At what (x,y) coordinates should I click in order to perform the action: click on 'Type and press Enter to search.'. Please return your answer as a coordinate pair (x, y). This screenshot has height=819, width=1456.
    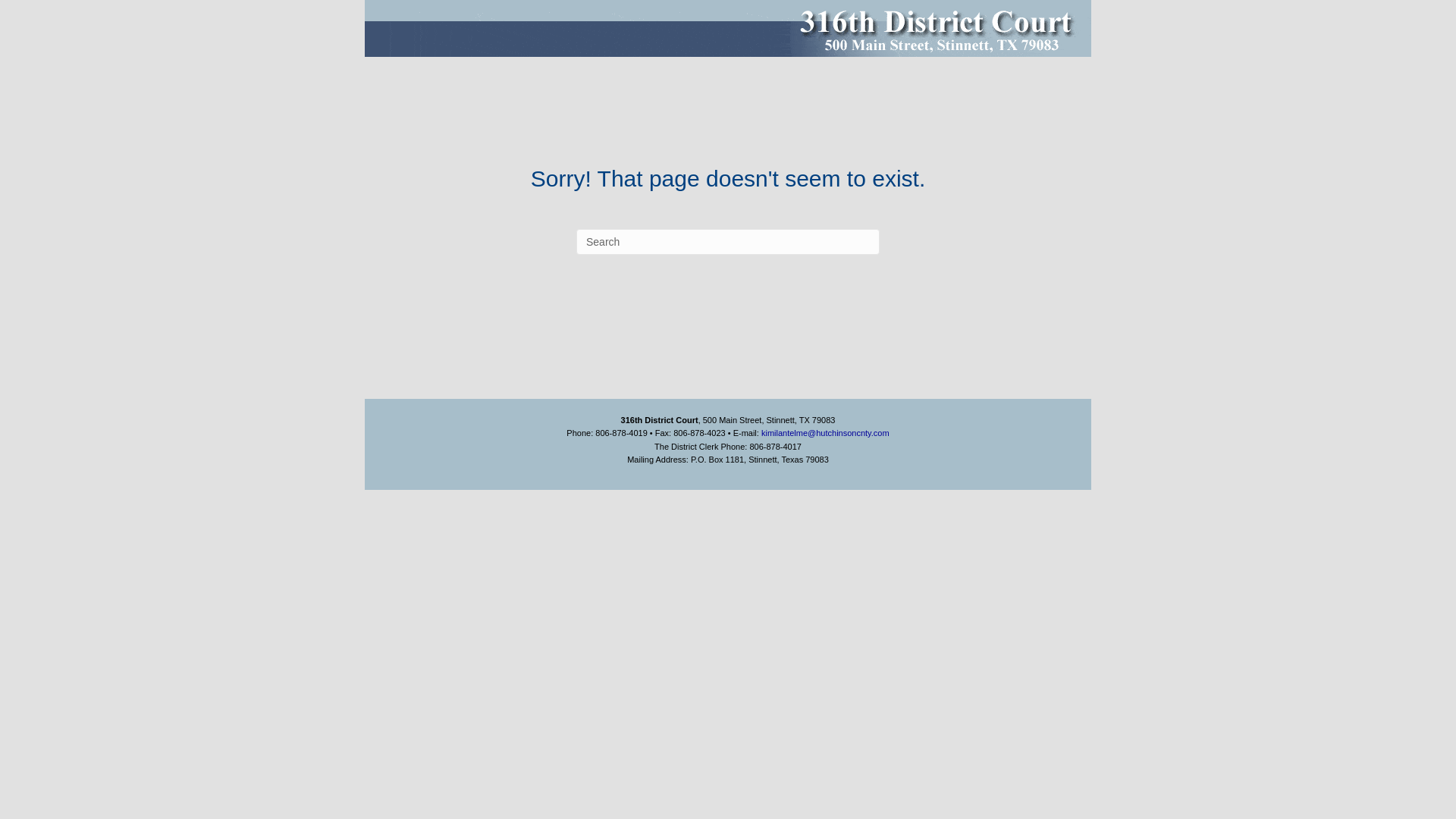
    Looking at the image, I should click on (728, 241).